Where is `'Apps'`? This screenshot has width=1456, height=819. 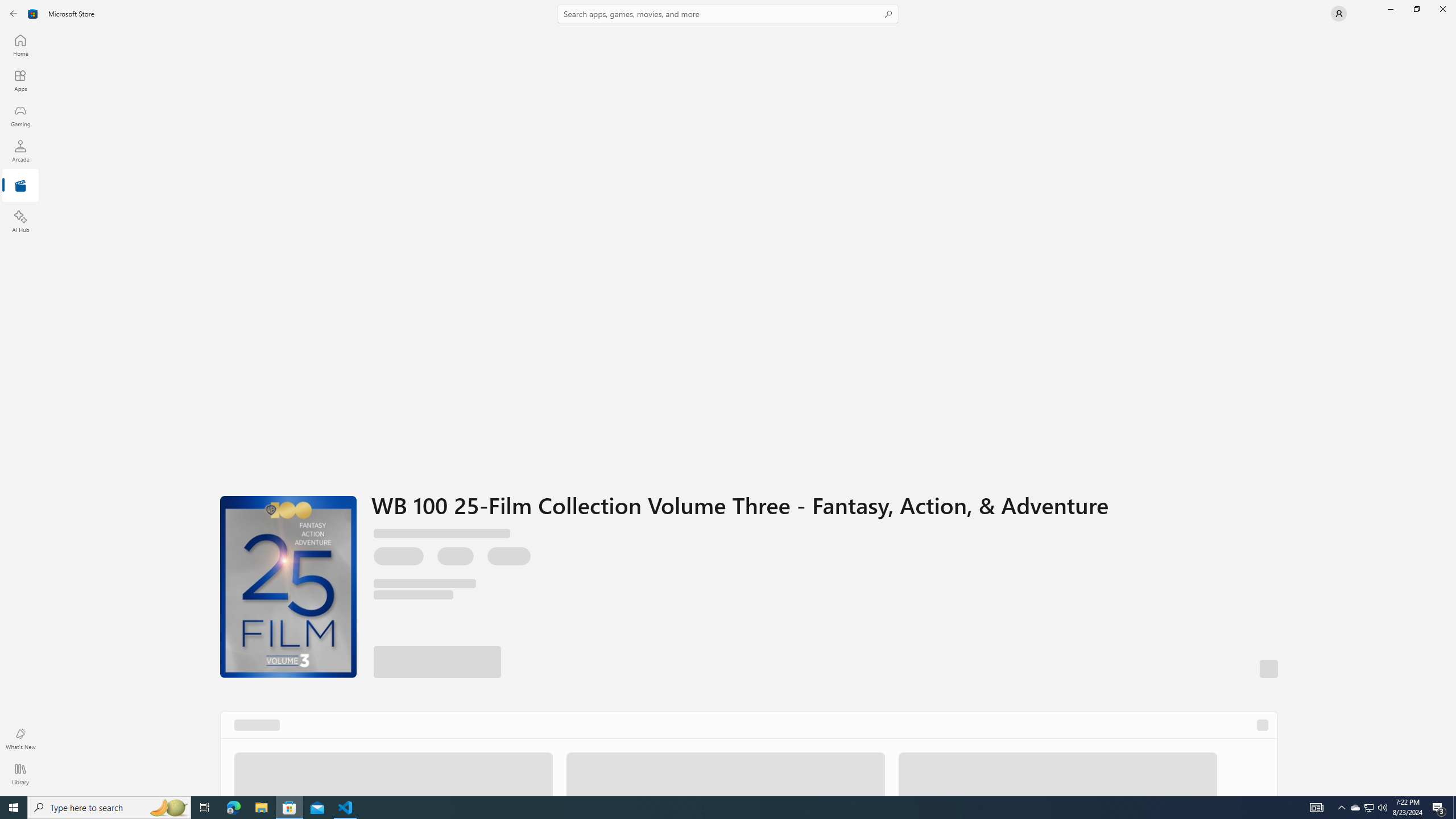 'Apps' is located at coordinates (19, 80).